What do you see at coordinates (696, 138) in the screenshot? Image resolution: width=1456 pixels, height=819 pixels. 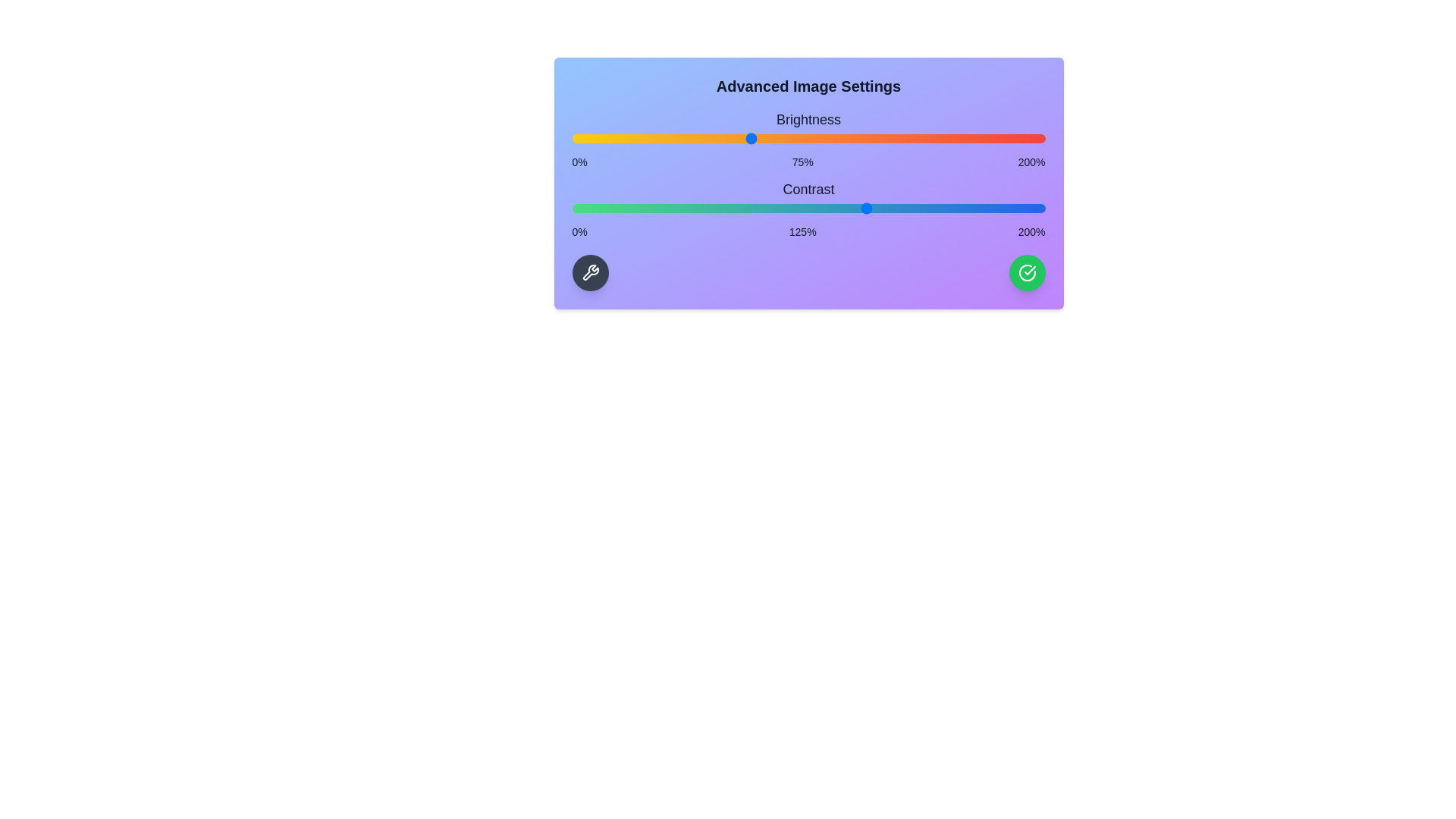 I see `the brightness slider to 53%` at bounding box center [696, 138].